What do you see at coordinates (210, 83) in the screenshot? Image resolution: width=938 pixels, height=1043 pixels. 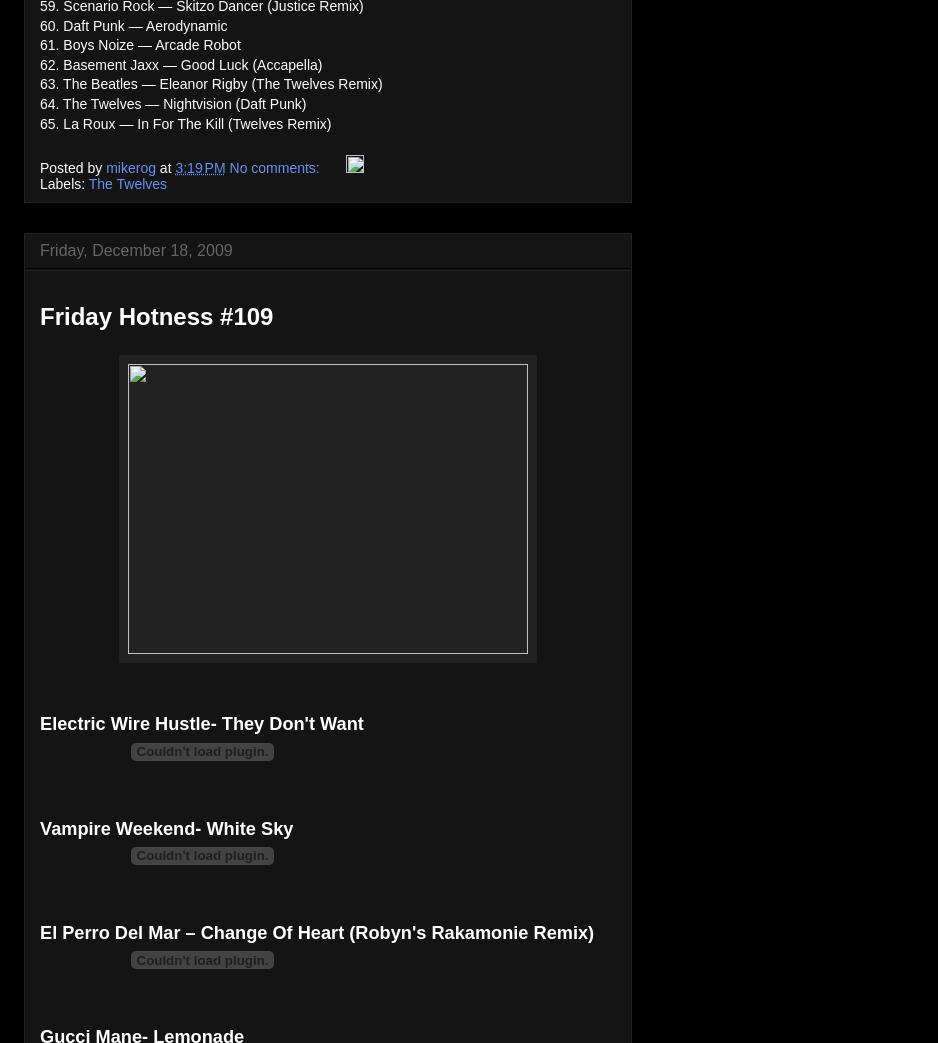 I see `'63. The Beatles — Eleanor Rigby (The Twelves Remix)'` at bounding box center [210, 83].